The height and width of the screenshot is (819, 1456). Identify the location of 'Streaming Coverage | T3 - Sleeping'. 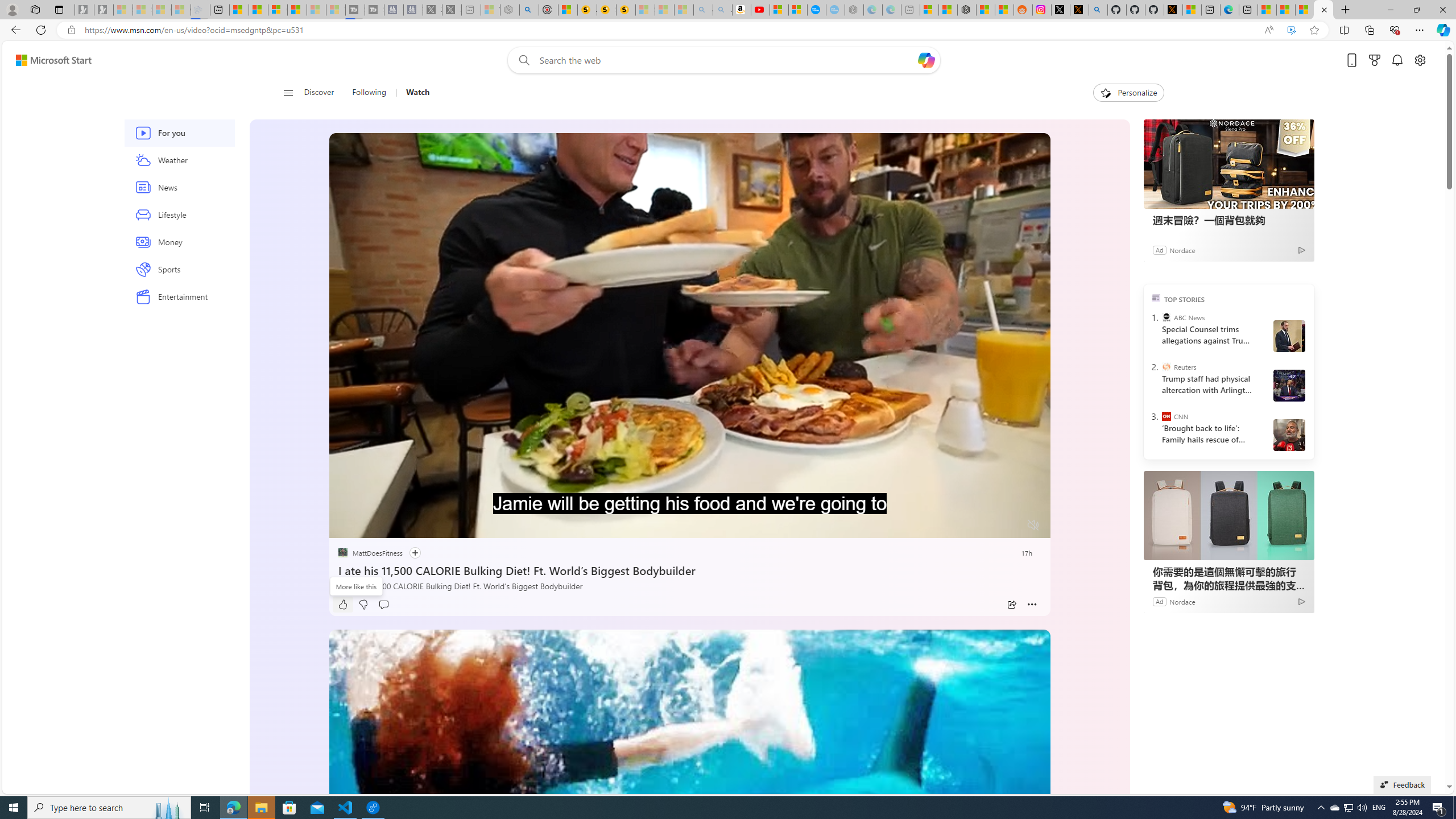
(354, 9).